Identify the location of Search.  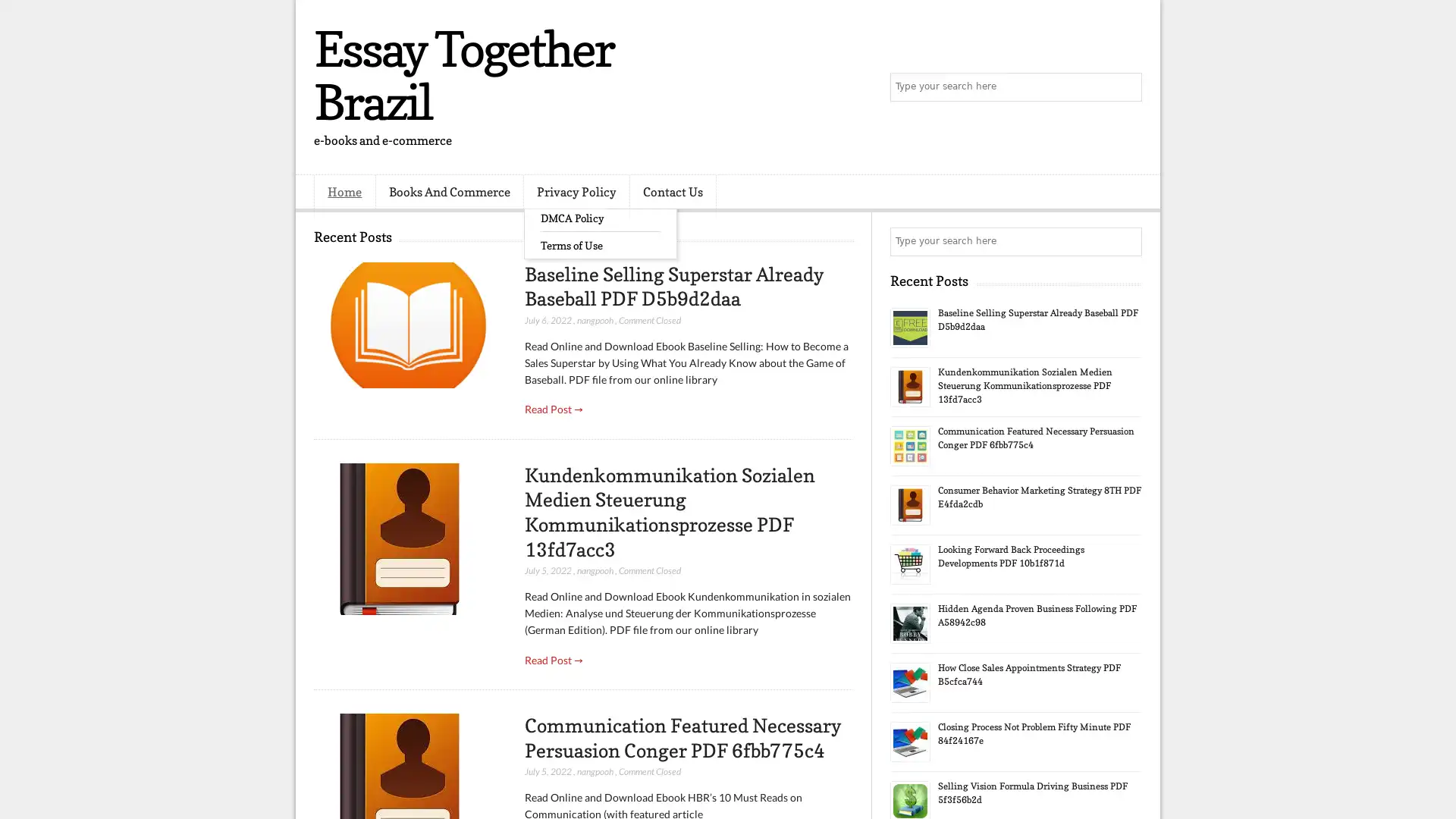
(1126, 87).